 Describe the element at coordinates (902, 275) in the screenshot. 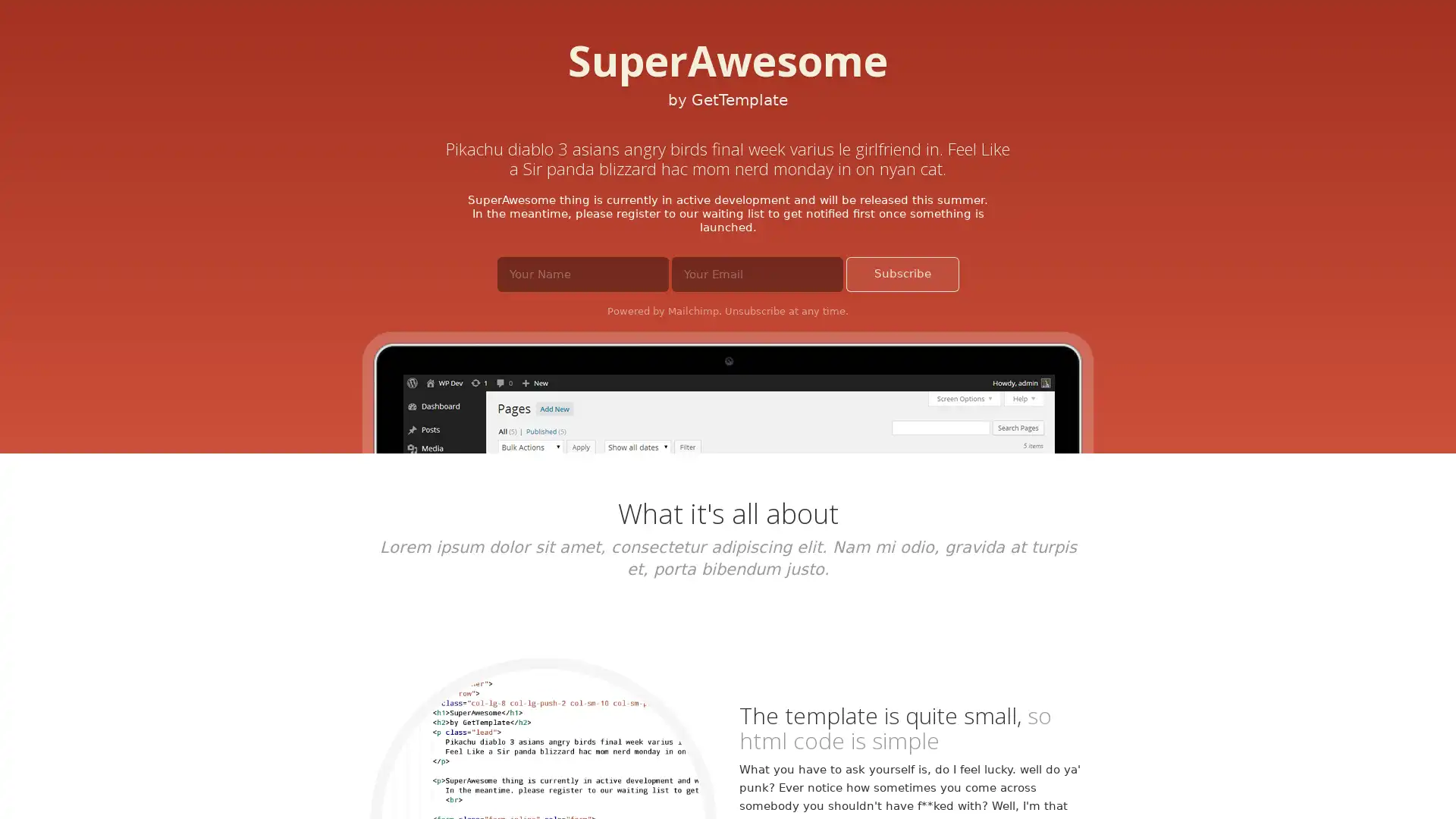

I see `Subscribe` at that location.